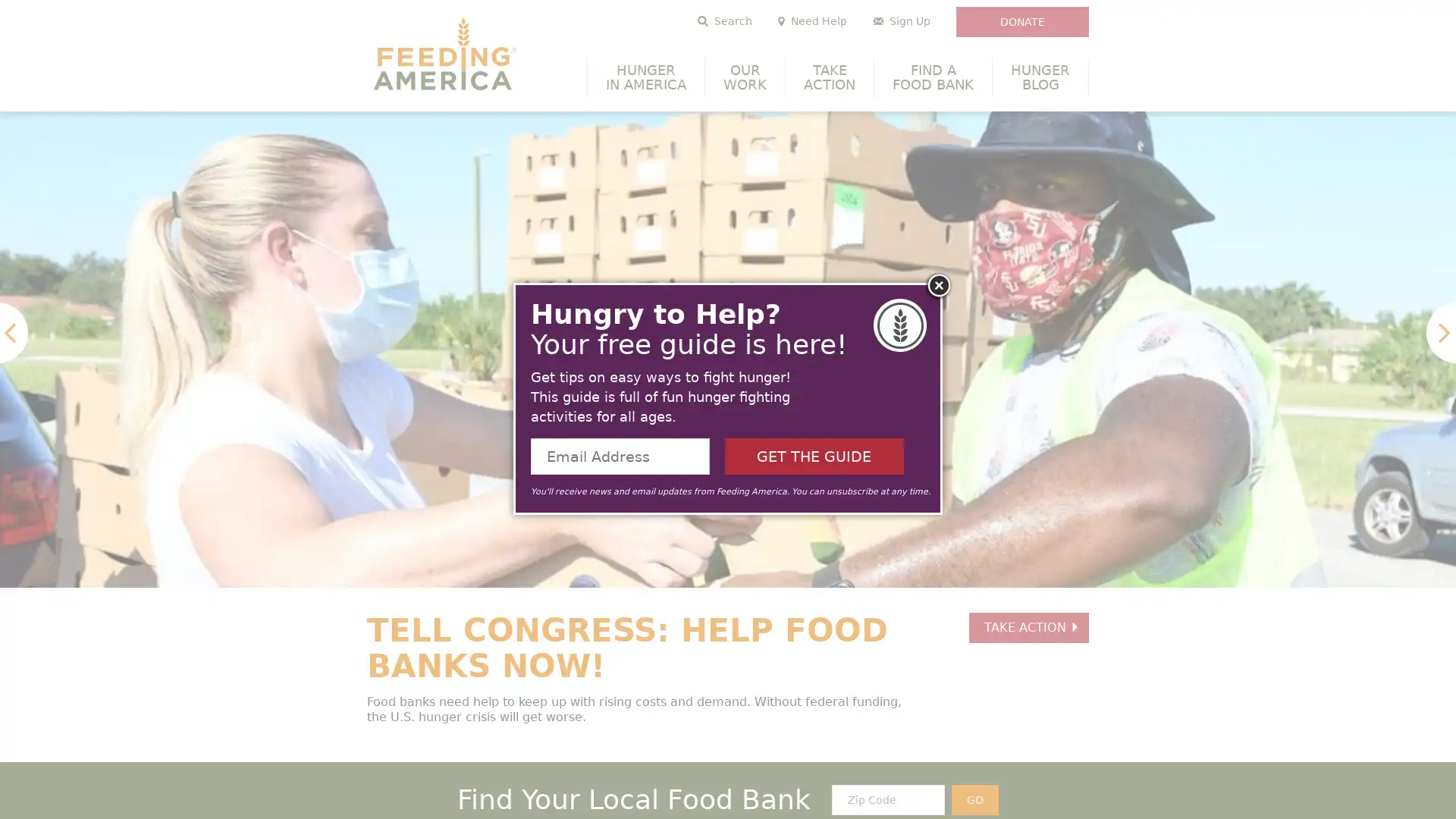  I want to click on GET THE GUIDE, so click(813, 455).